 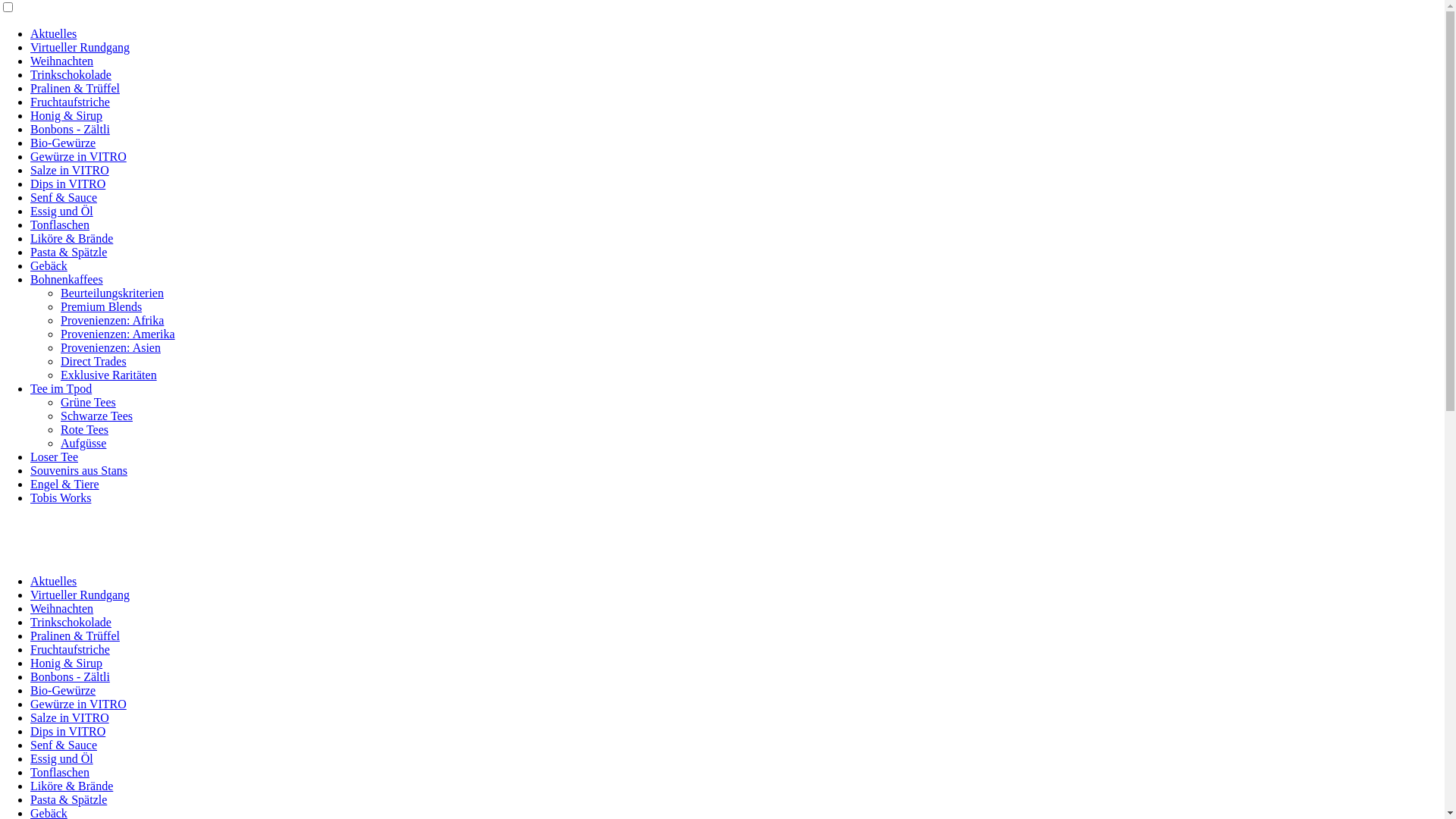 I want to click on 'Fruchtaufstriche', so click(x=69, y=648).